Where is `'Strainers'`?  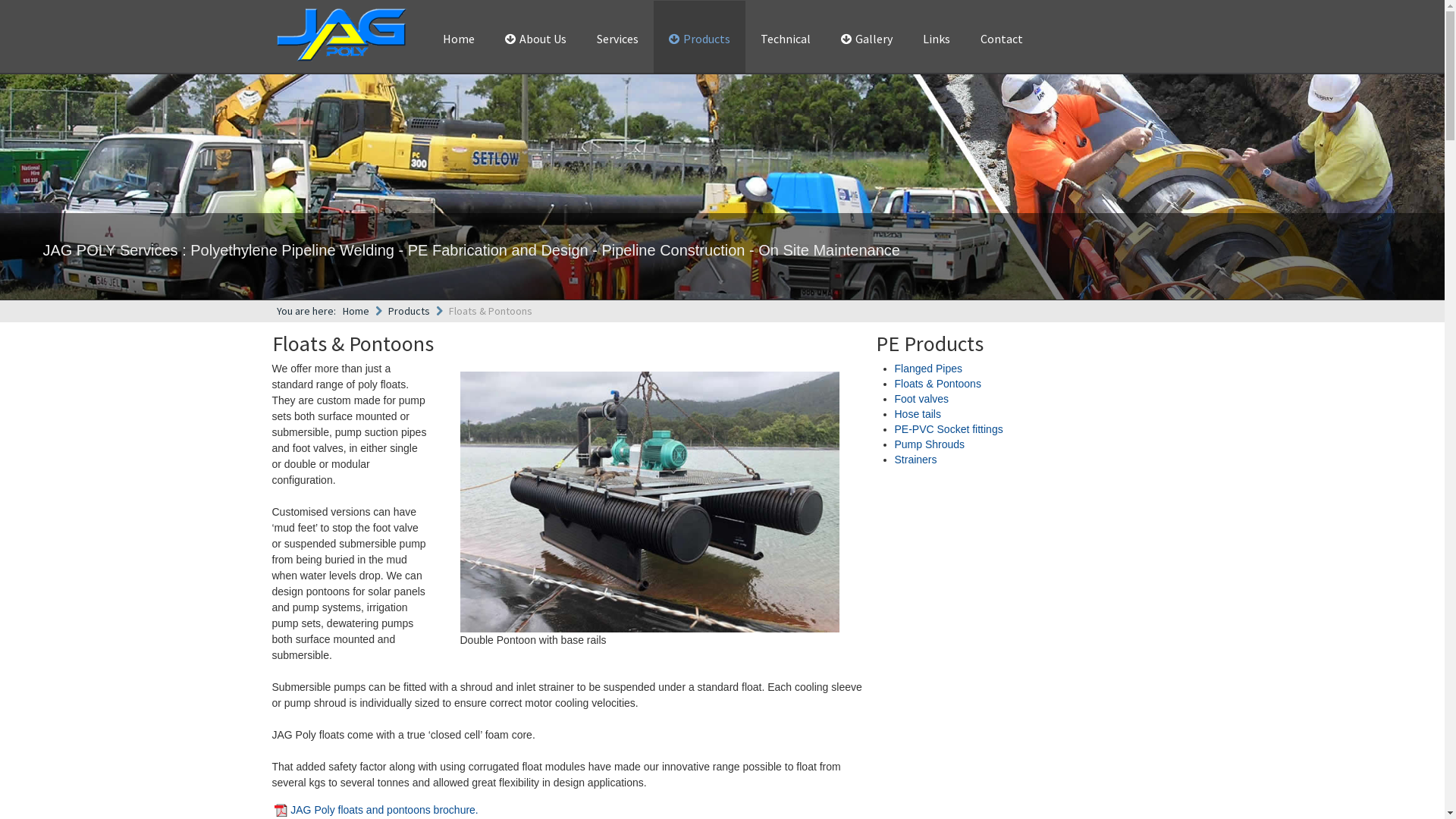 'Strainers' is located at coordinates (915, 458).